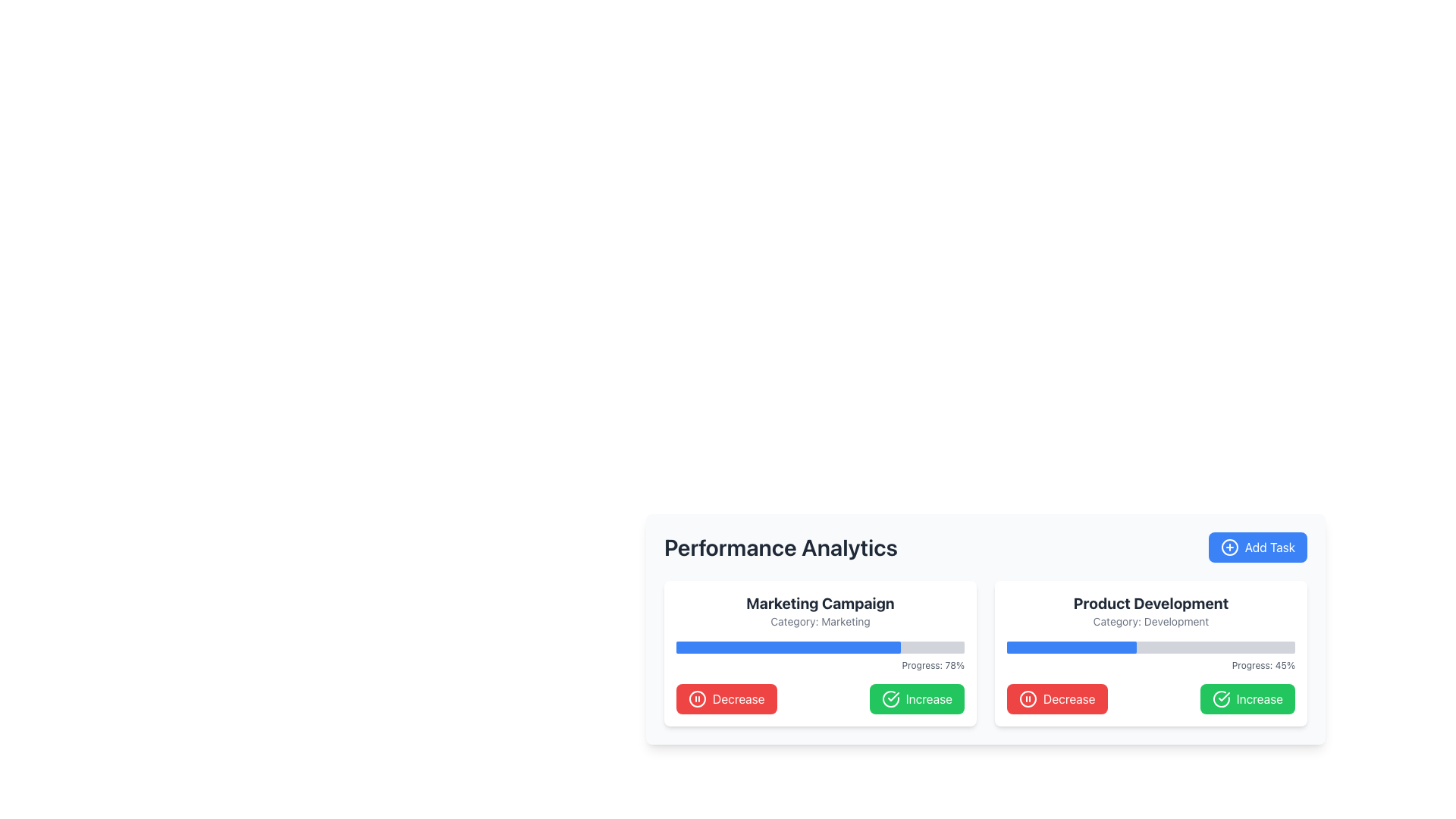 This screenshot has height=819, width=1456. What do you see at coordinates (1150, 698) in the screenshot?
I see `the interactive buttons at the bottom of the 'Product Development' card` at bounding box center [1150, 698].